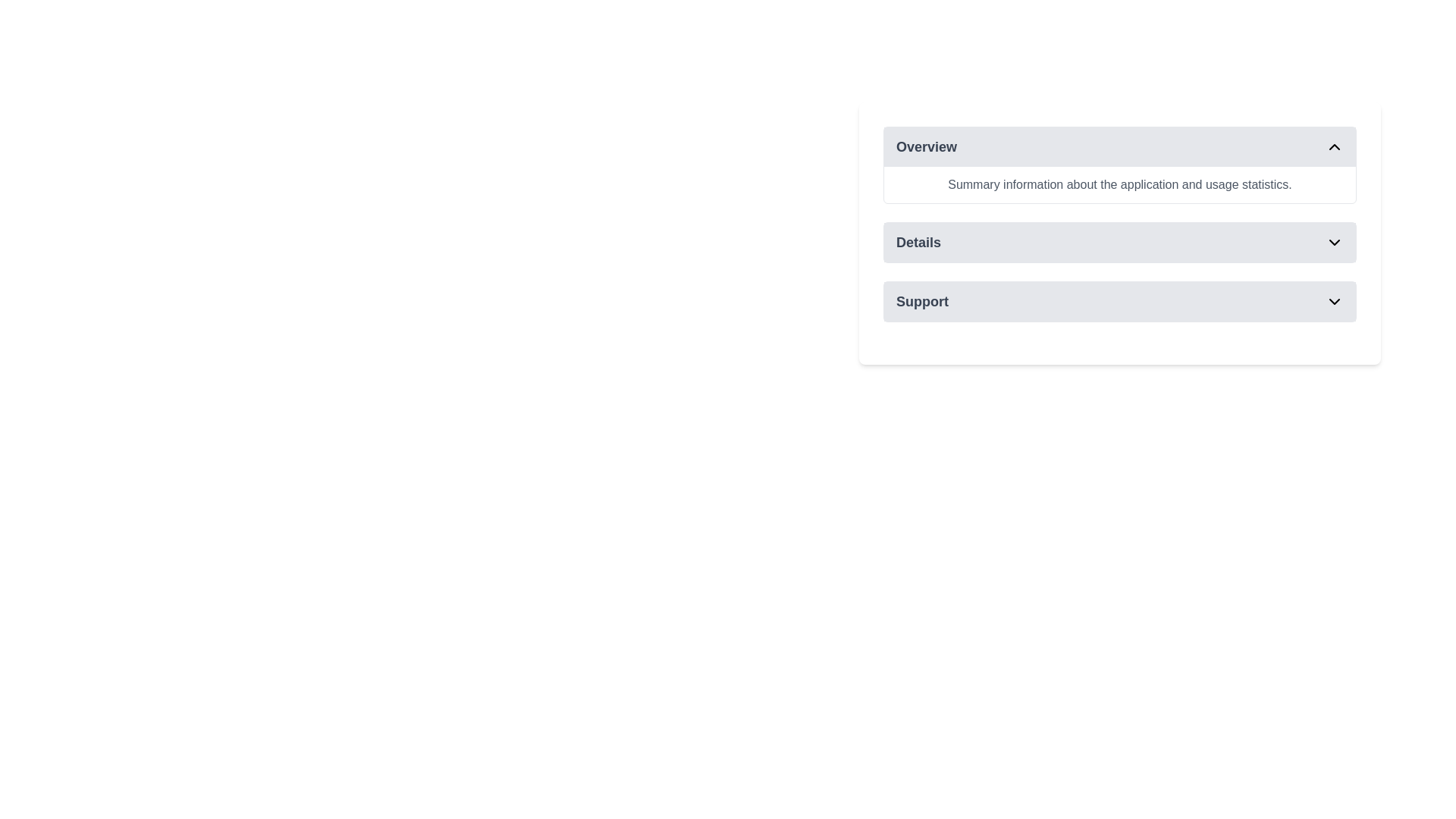 Image resolution: width=1456 pixels, height=819 pixels. Describe the element at coordinates (1335, 146) in the screenshot. I see `the small chevron-up icon styled as an arrowhead pointing upwards, located in the top-right corner of the 'Overview' section header` at that location.